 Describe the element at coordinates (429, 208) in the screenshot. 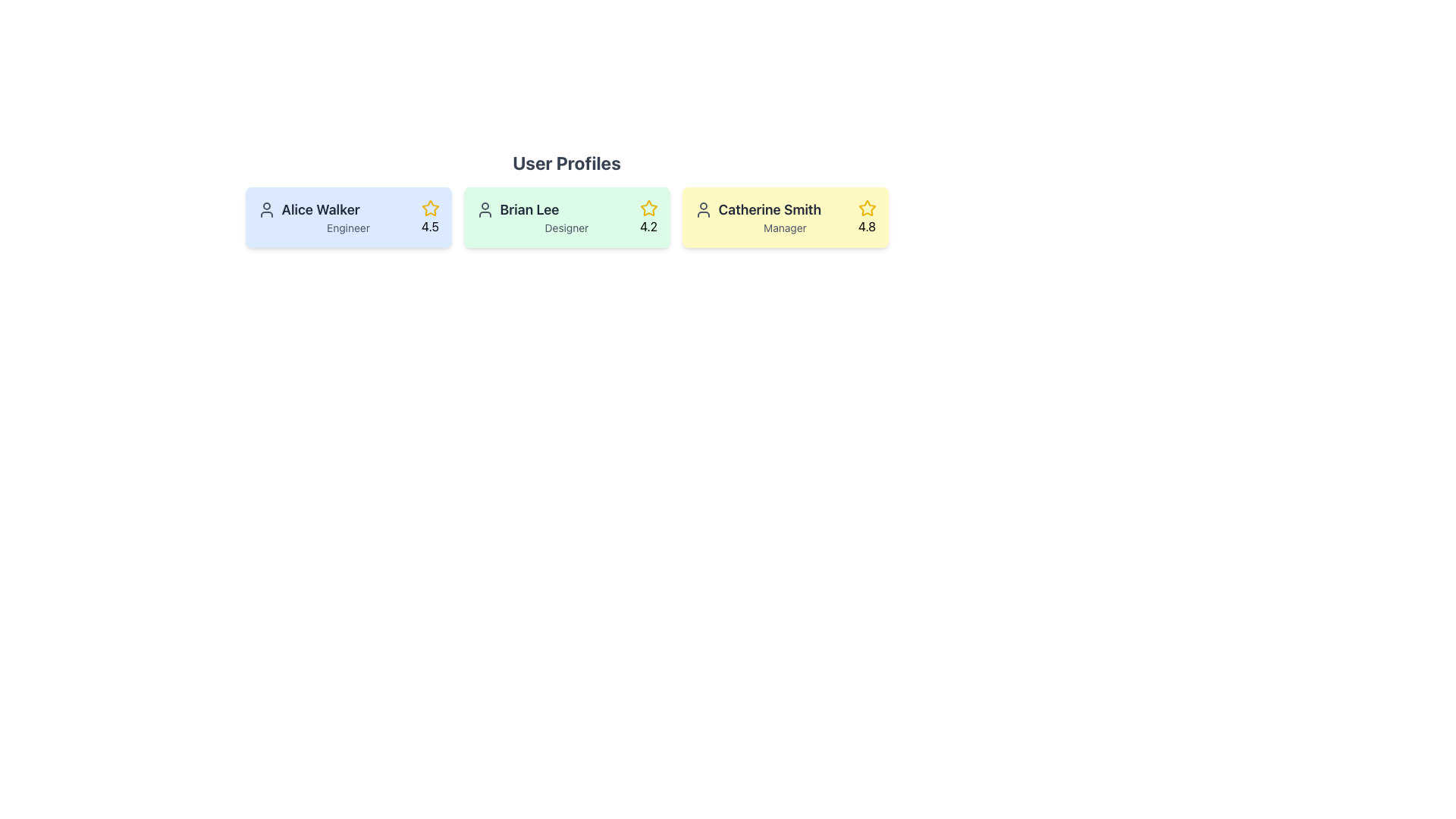

I see `the yellow star icon located in the top-right corner of the first user card labeled 'Alice Walker, Engineer' to interact with it` at that location.